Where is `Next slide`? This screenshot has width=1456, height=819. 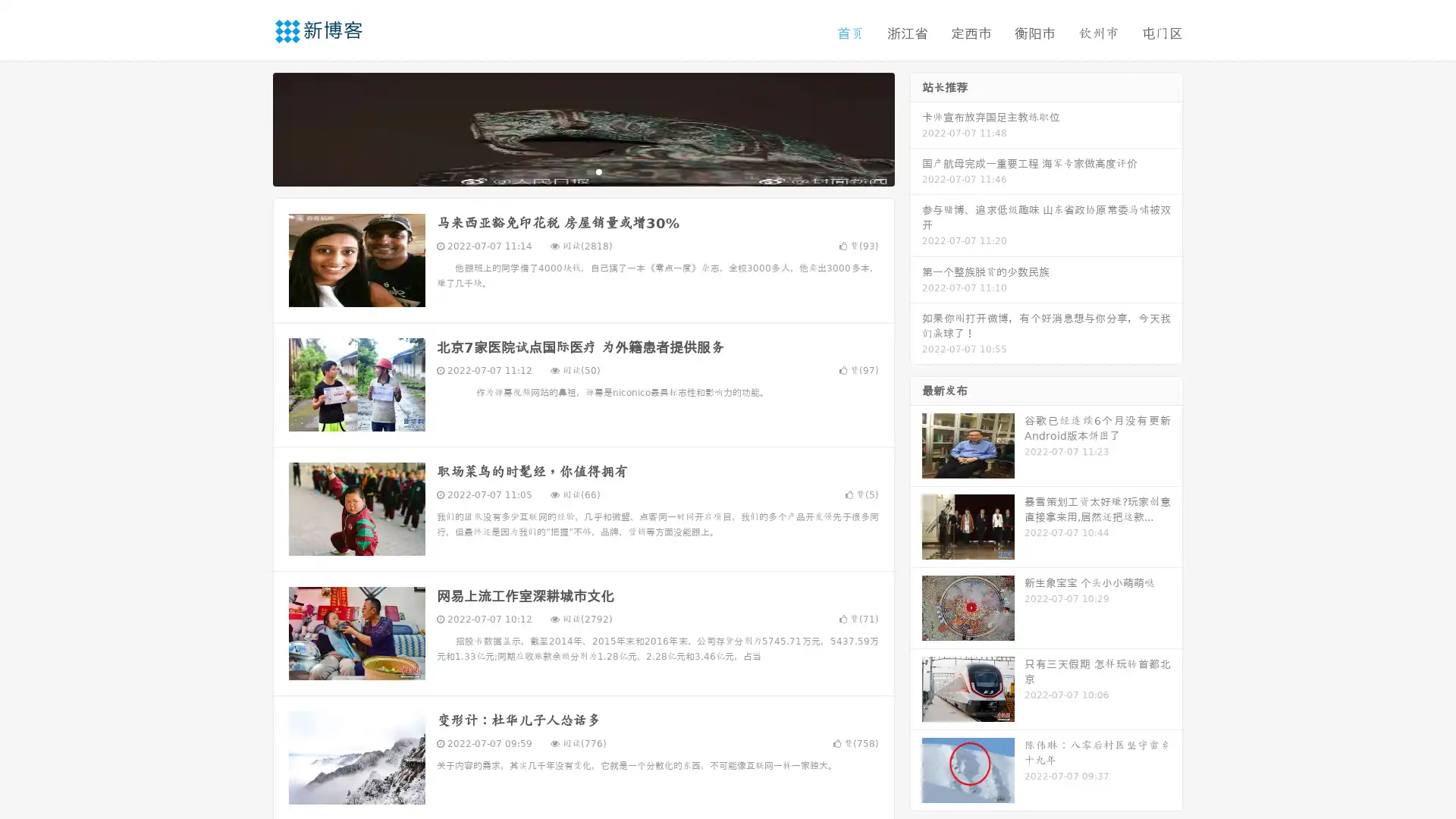 Next slide is located at coordinates (916, 127).